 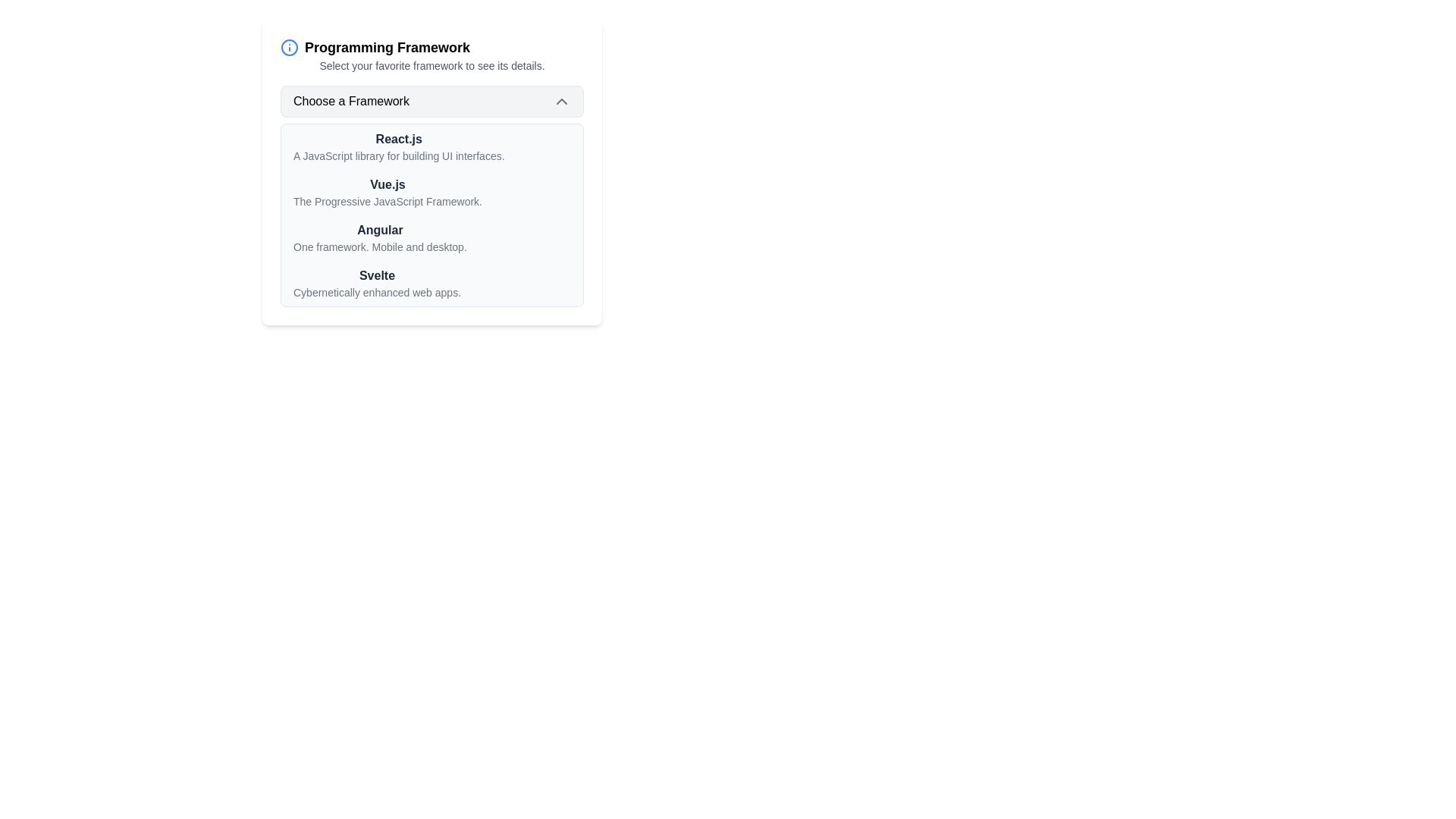 What do you see at coordinates (431, 55) in the screenshot?
I see `the Informational Header titled 'Programming Framework' which includes a description 'Select your favorite framework to see its details.'` at bounding box center [431, 55].